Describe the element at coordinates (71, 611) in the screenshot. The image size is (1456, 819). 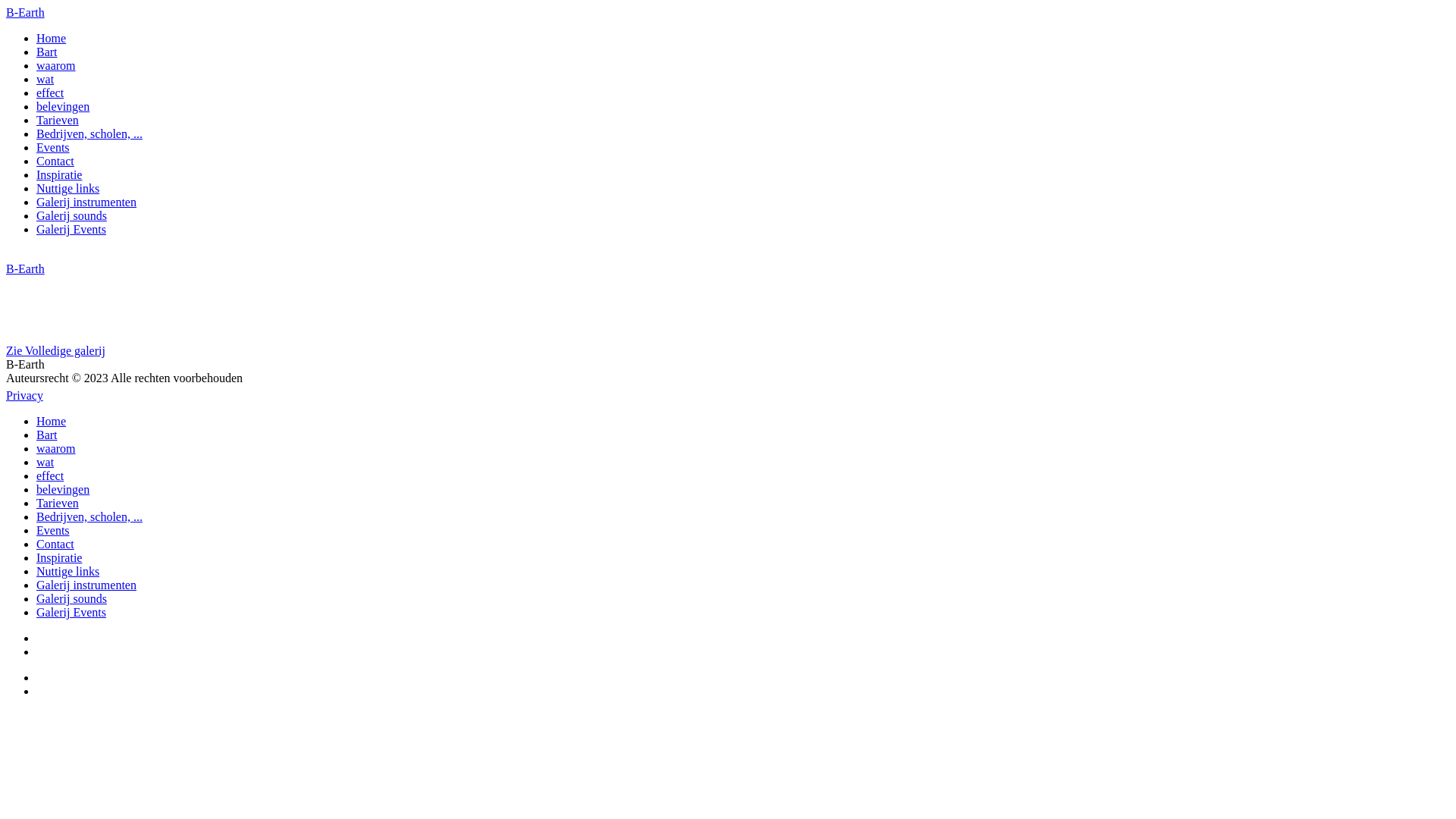
I see `'Galerij Events'` at that location.